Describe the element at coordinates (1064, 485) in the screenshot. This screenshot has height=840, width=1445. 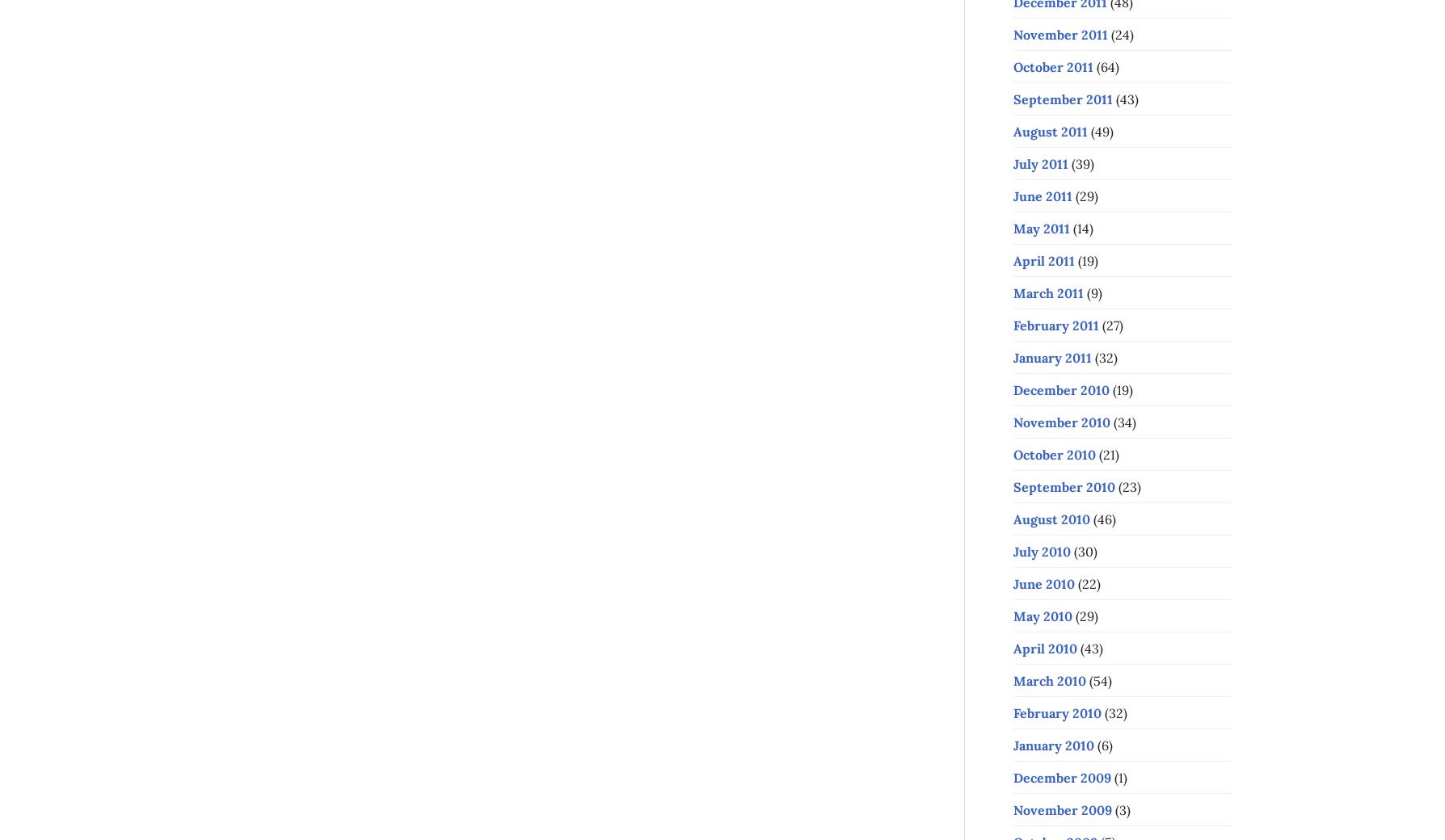
I see `'September 2010'` at that location.